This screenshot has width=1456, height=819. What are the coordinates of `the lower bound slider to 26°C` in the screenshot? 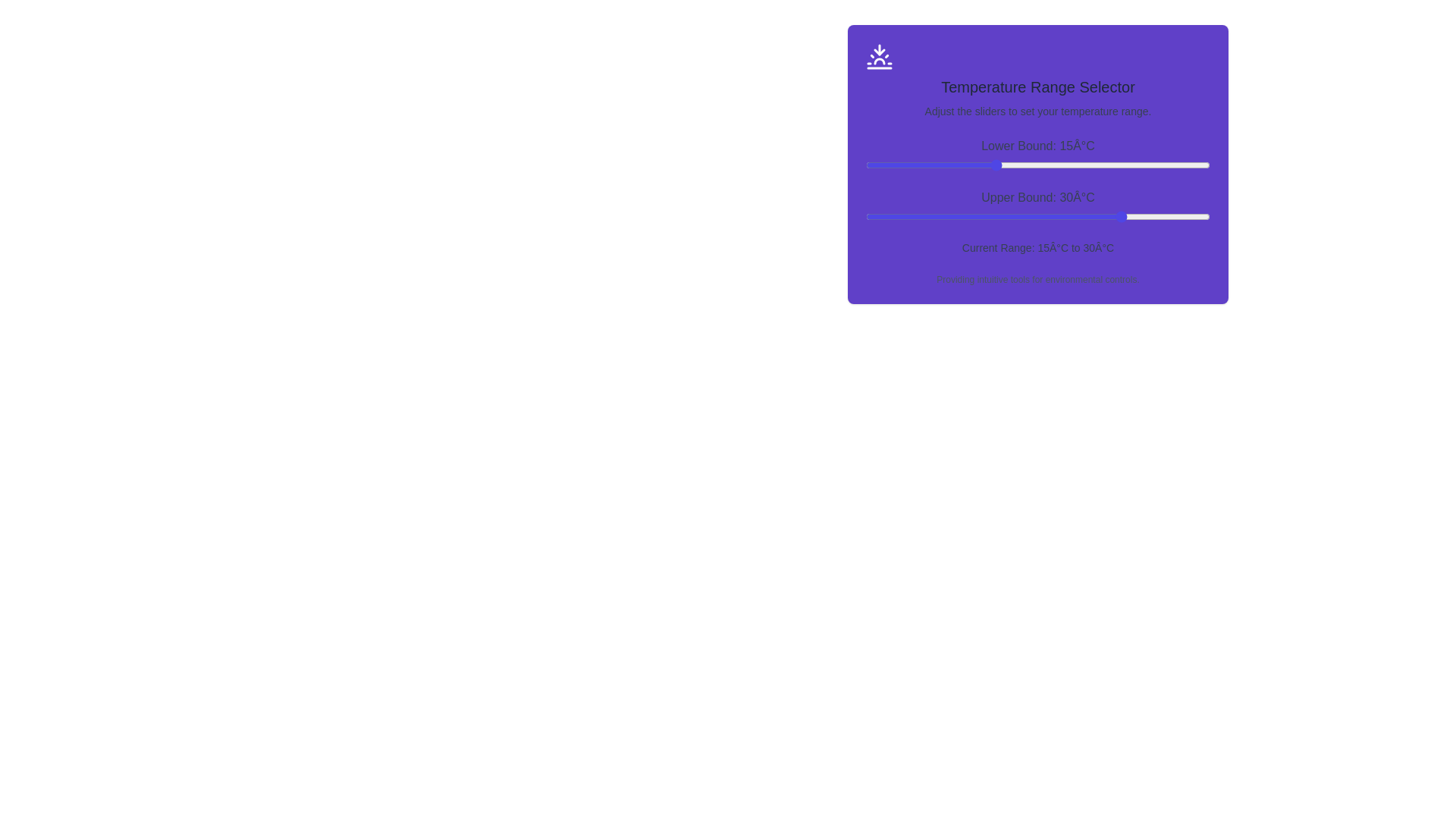 It's located at (1089, 165).